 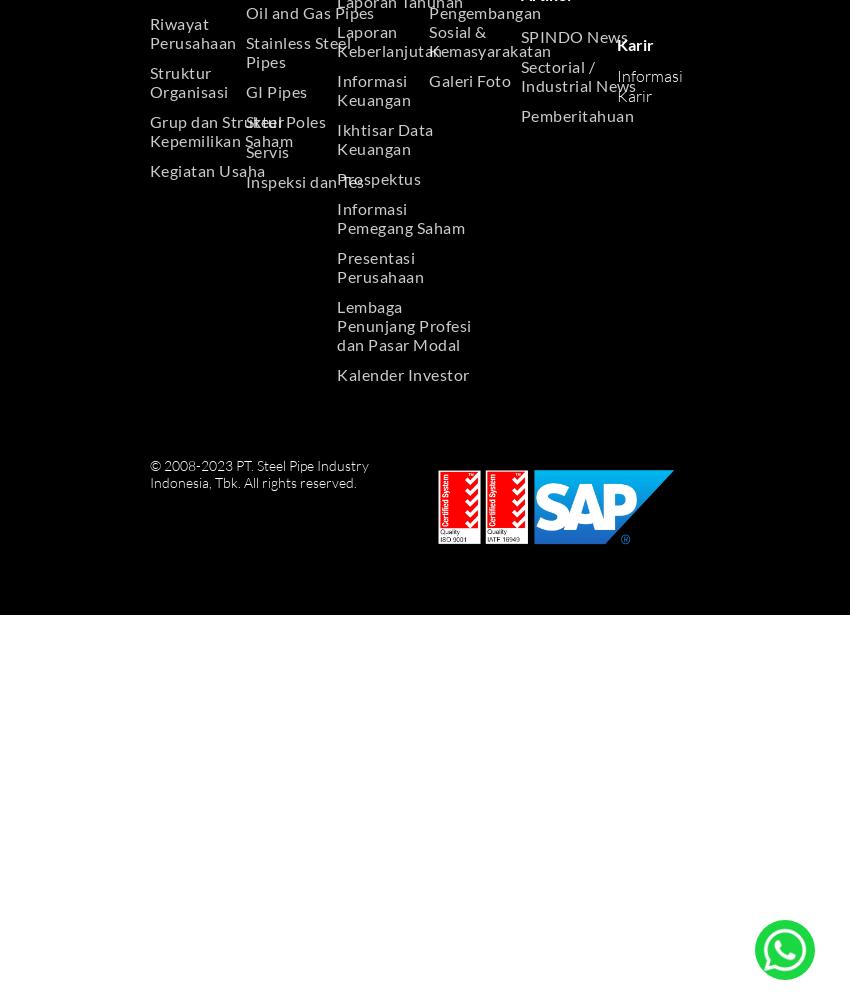 I want to click on 'Kegiatan Usaha', so click(x=206, y=169).